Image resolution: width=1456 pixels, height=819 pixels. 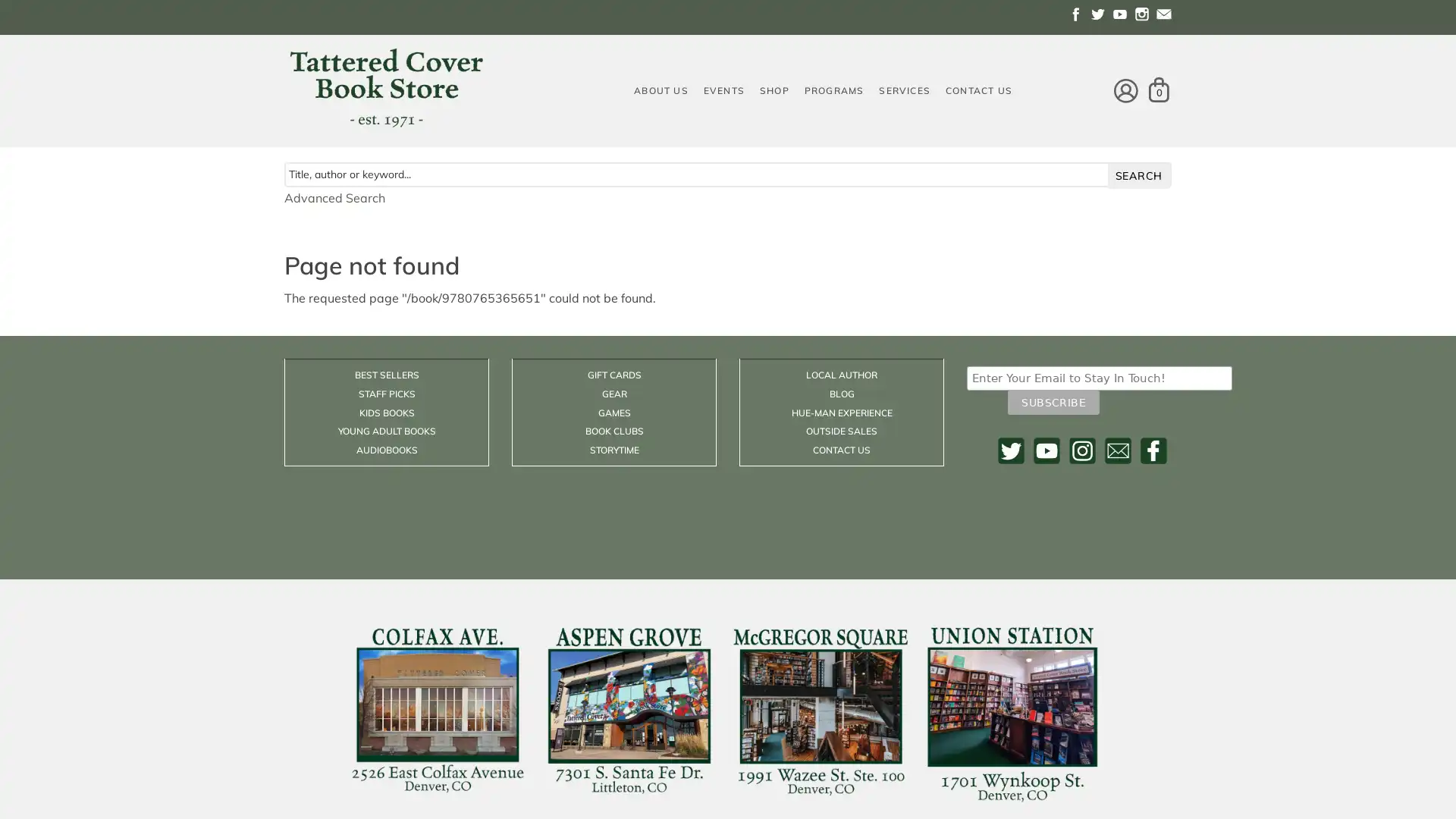 I want to click on Subscribe, so click(x=1053, y=454).